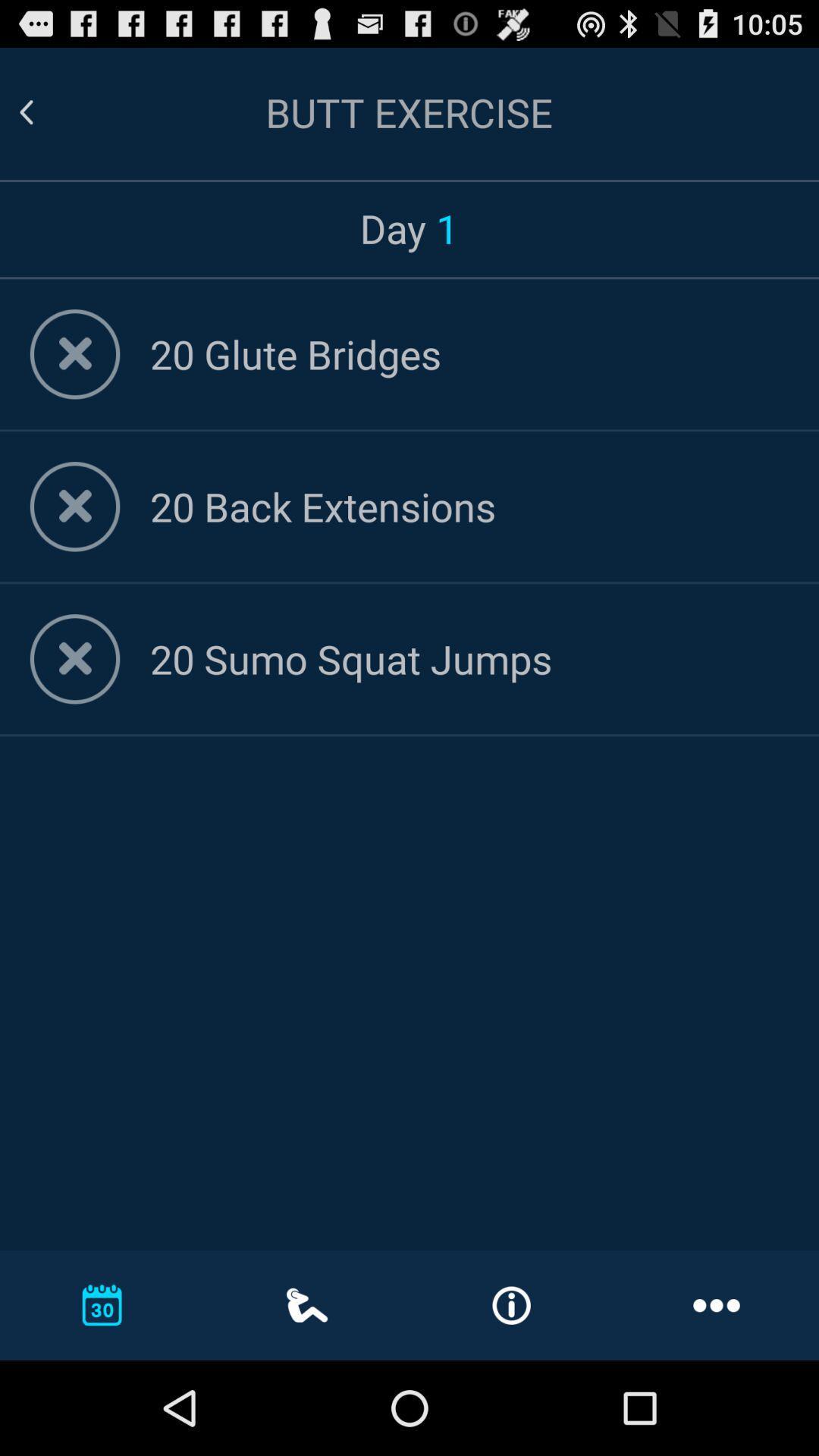 The image size is (819, 1456). Describe the element at coordinates (75, 659) in the screenshot. I see `delete item` at that location.